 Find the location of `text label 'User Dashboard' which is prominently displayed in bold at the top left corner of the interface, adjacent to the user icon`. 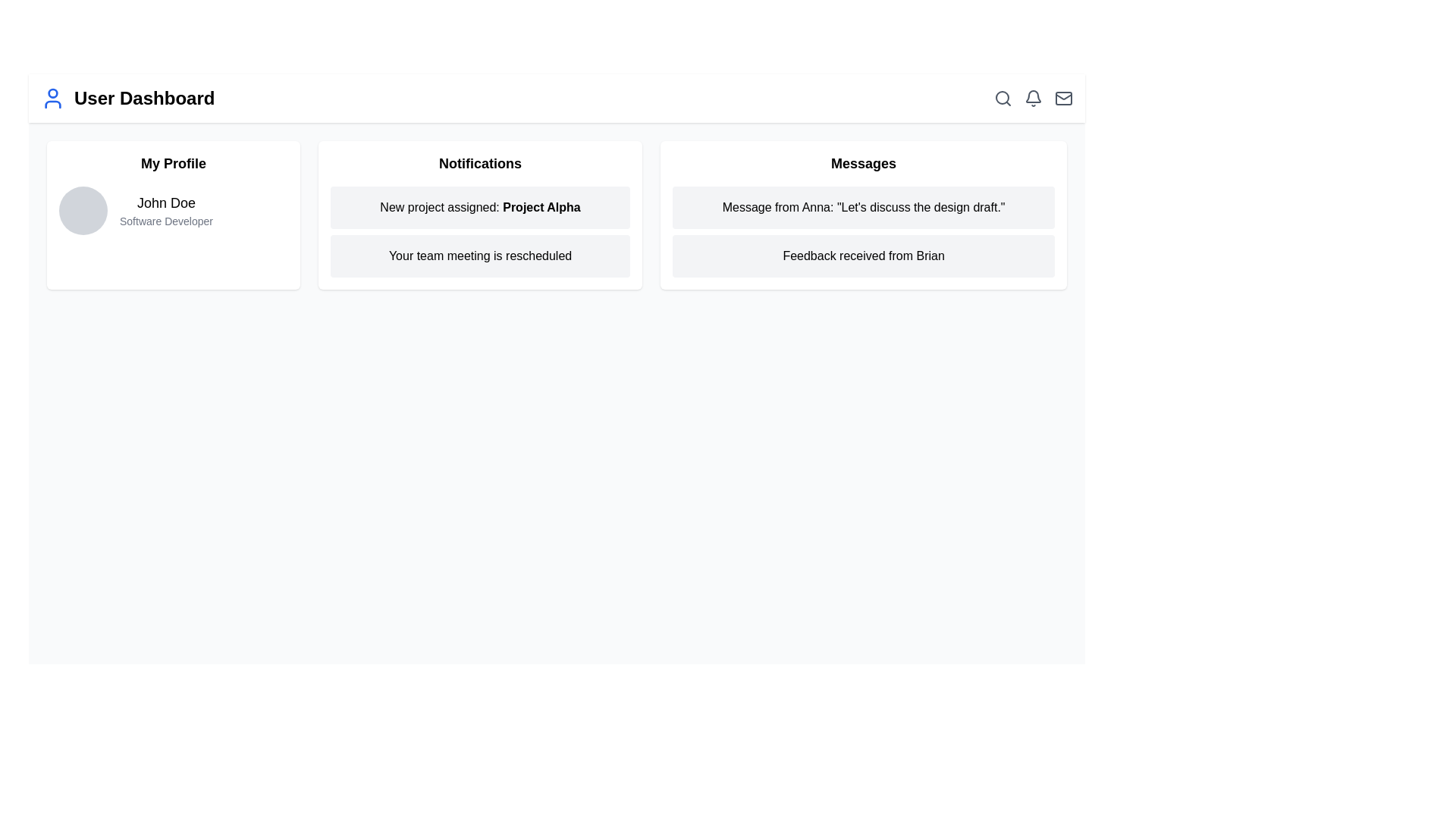

text label 'User Dashboard' which is prominently displayed in bold at the top left corner of the interface, adjacent to the user icon is located at coordinates (144, 99).